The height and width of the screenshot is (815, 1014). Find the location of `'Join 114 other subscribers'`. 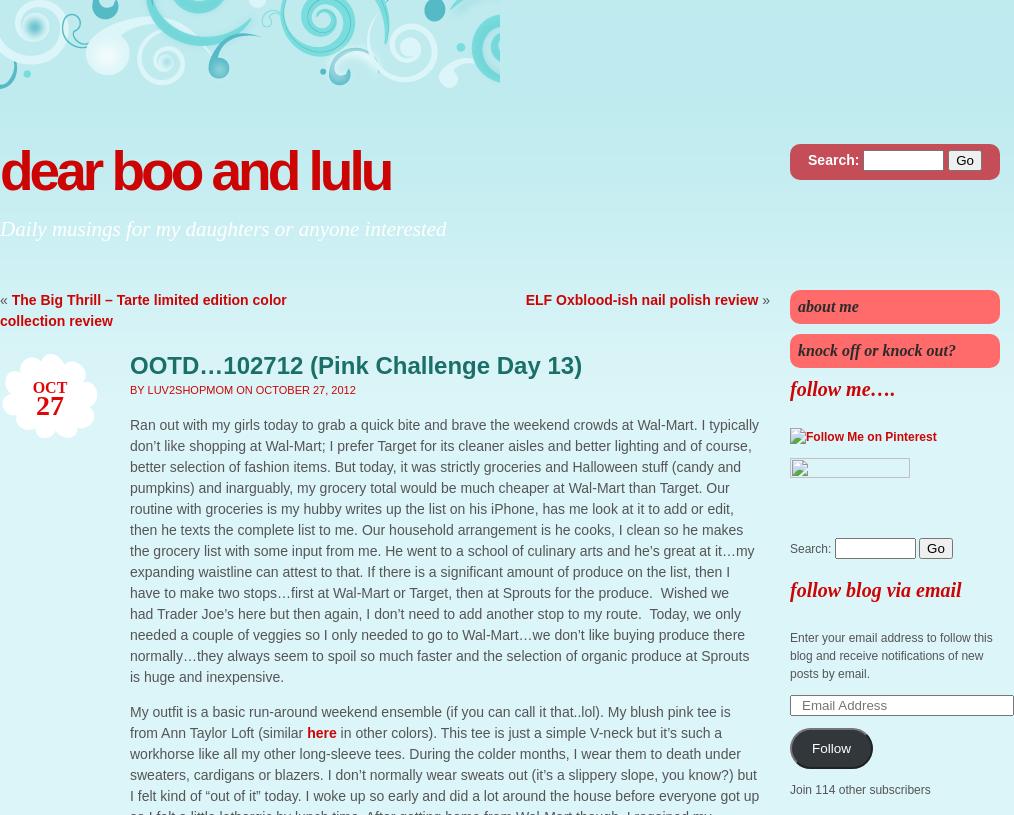

'Join 114 other subscribers' is located at coordinates (858, 789).